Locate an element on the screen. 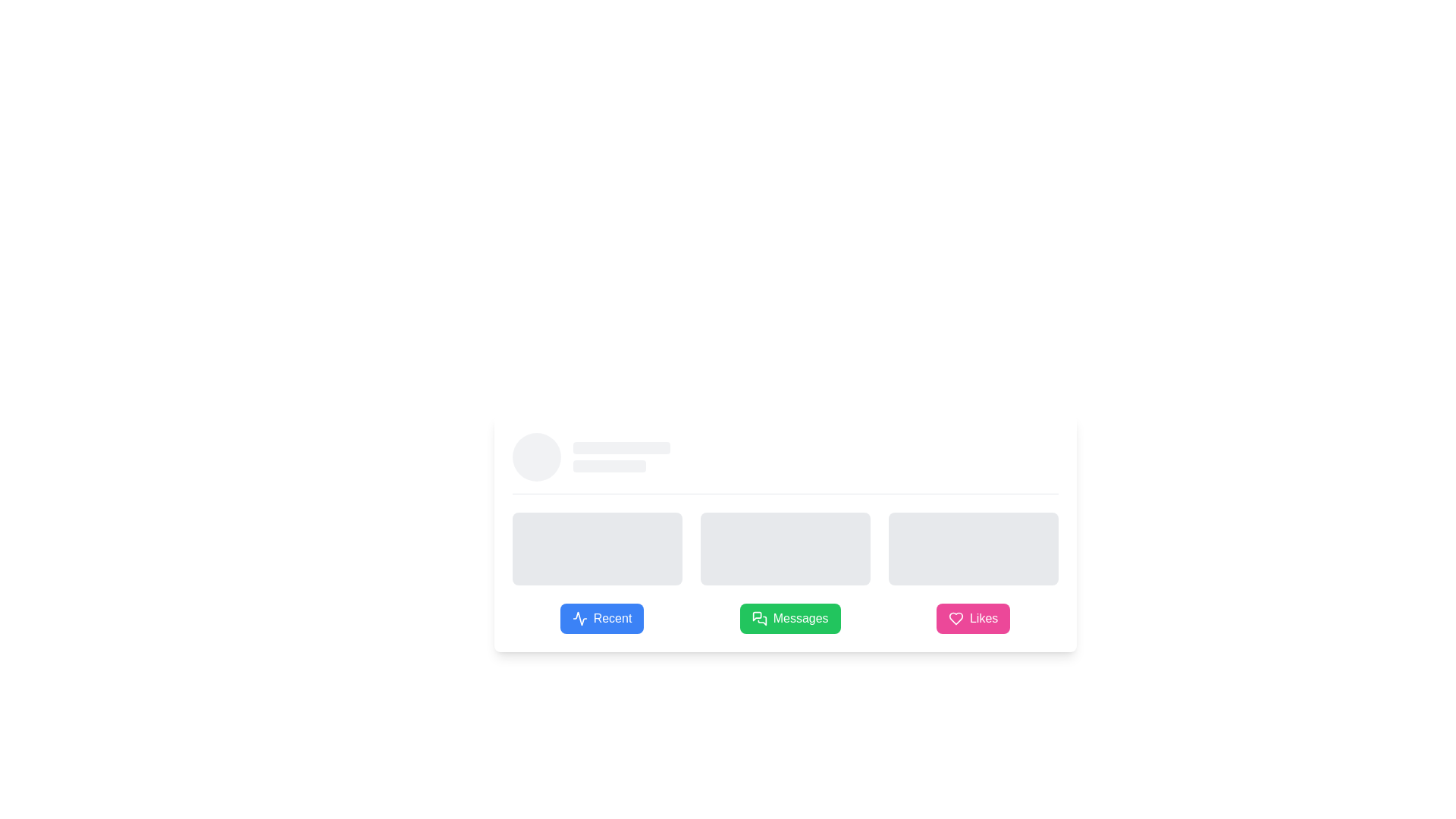  the 'Messages' SVG Icon, which is part of a green button and located to the left of the text label is located at coordinates (759, 619).